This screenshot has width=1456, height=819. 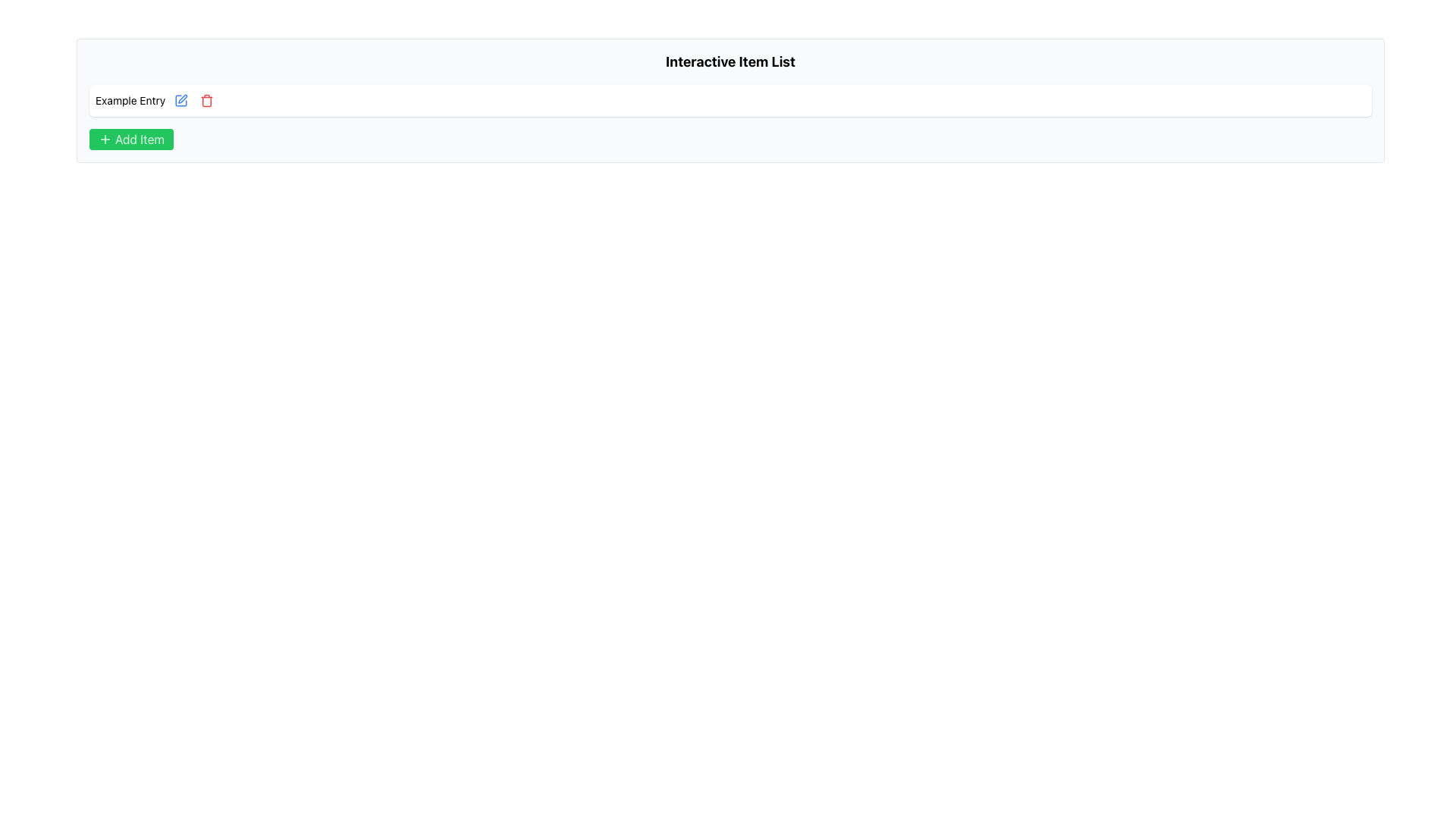 What do you see at coordinates (182, 99) in the screenshot?
I see `the editing button located to the left of the trash bin icon, associated with the 'Example Entry' text input` at bounding box center [182, 99].